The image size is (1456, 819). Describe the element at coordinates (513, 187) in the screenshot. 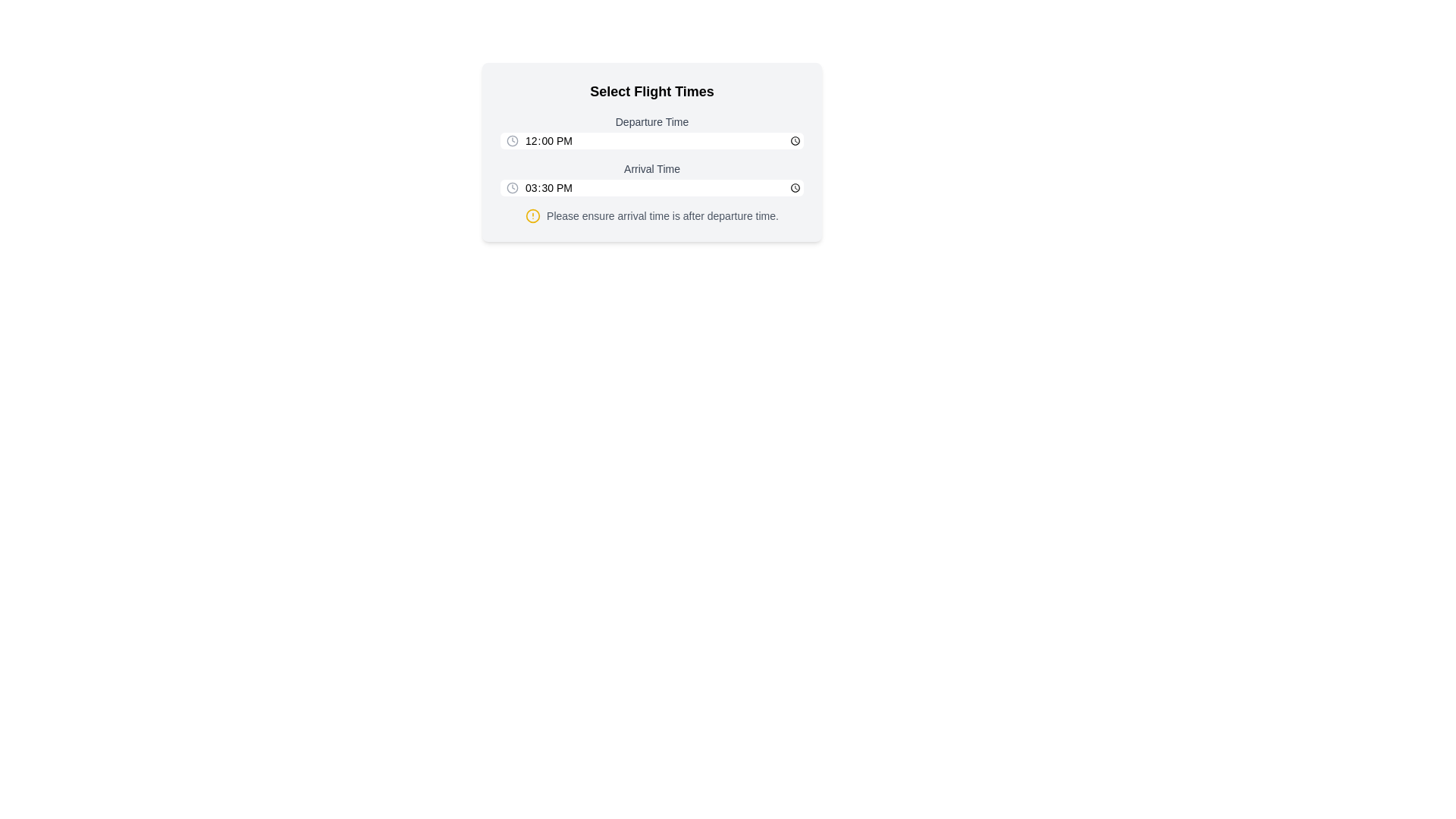

I see `the clock icon located to the left of the 'Arrival Time' text input box, which serves as a contextual indicator for time entry` at that location.